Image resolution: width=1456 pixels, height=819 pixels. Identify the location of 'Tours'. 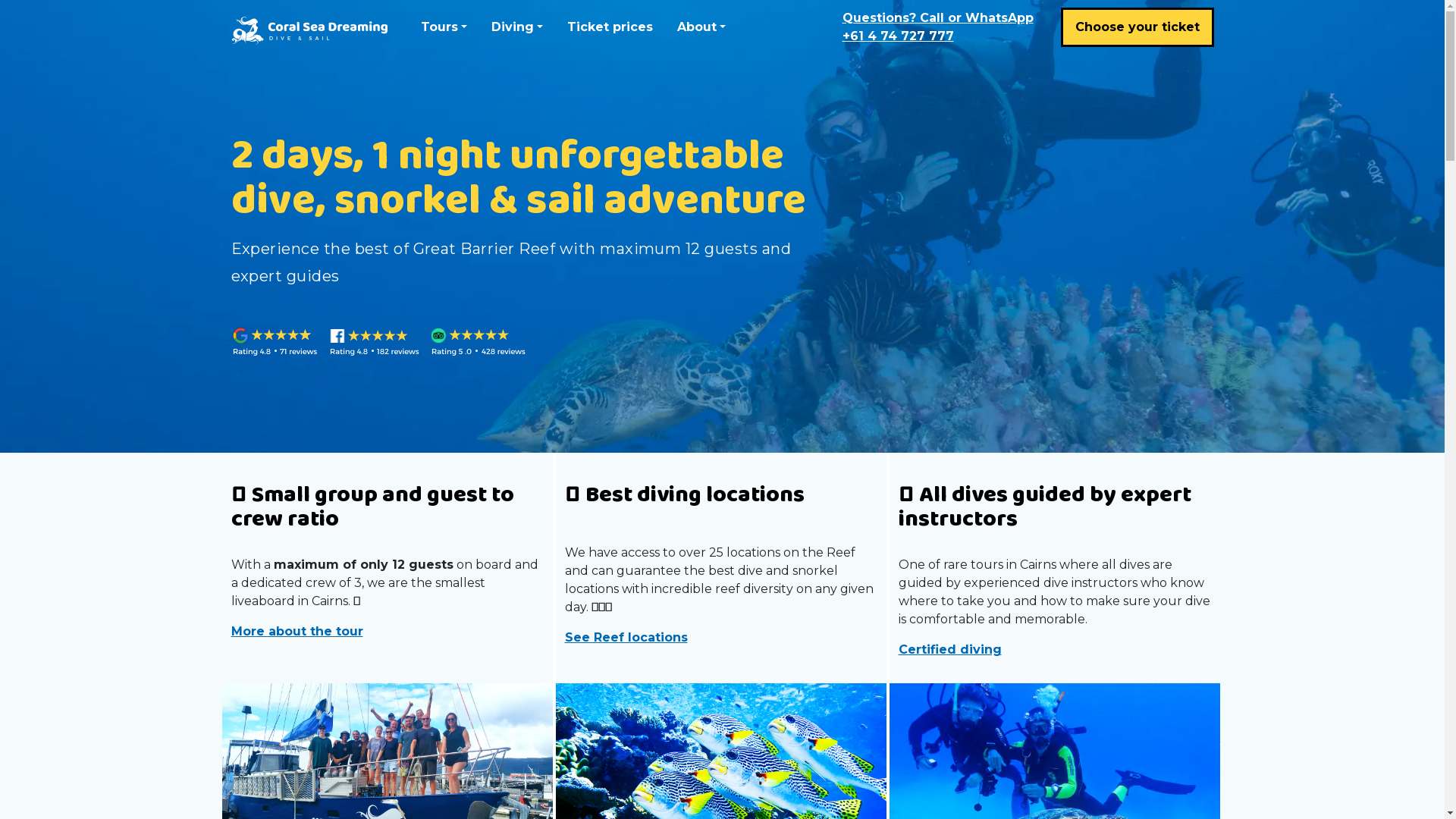
(442, 27).